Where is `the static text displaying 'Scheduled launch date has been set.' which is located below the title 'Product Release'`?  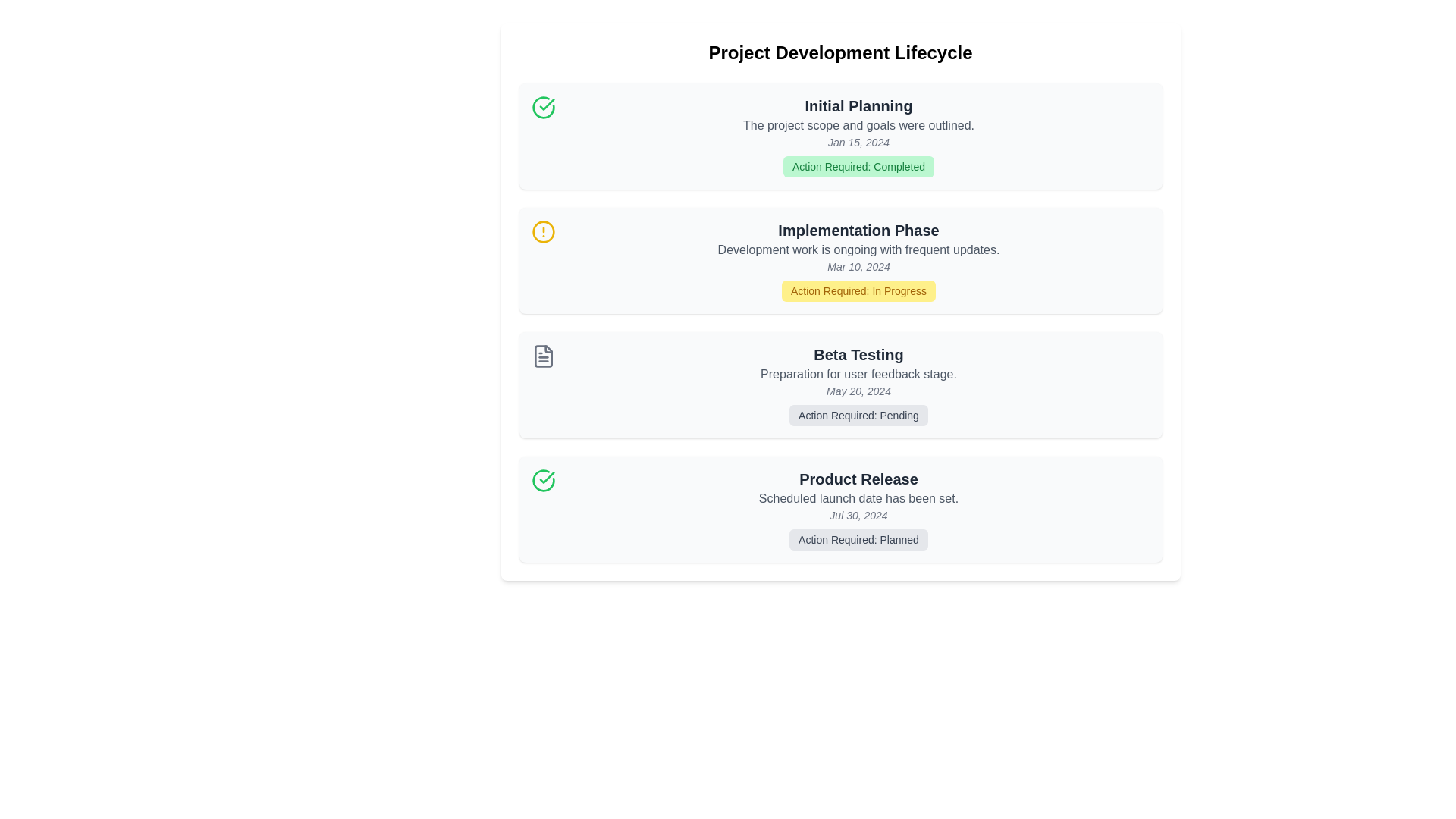
the static text displaying 'Scheduled launch date has been set.' which is located below the title 'Product Release' is located at coordinates (858, 499).